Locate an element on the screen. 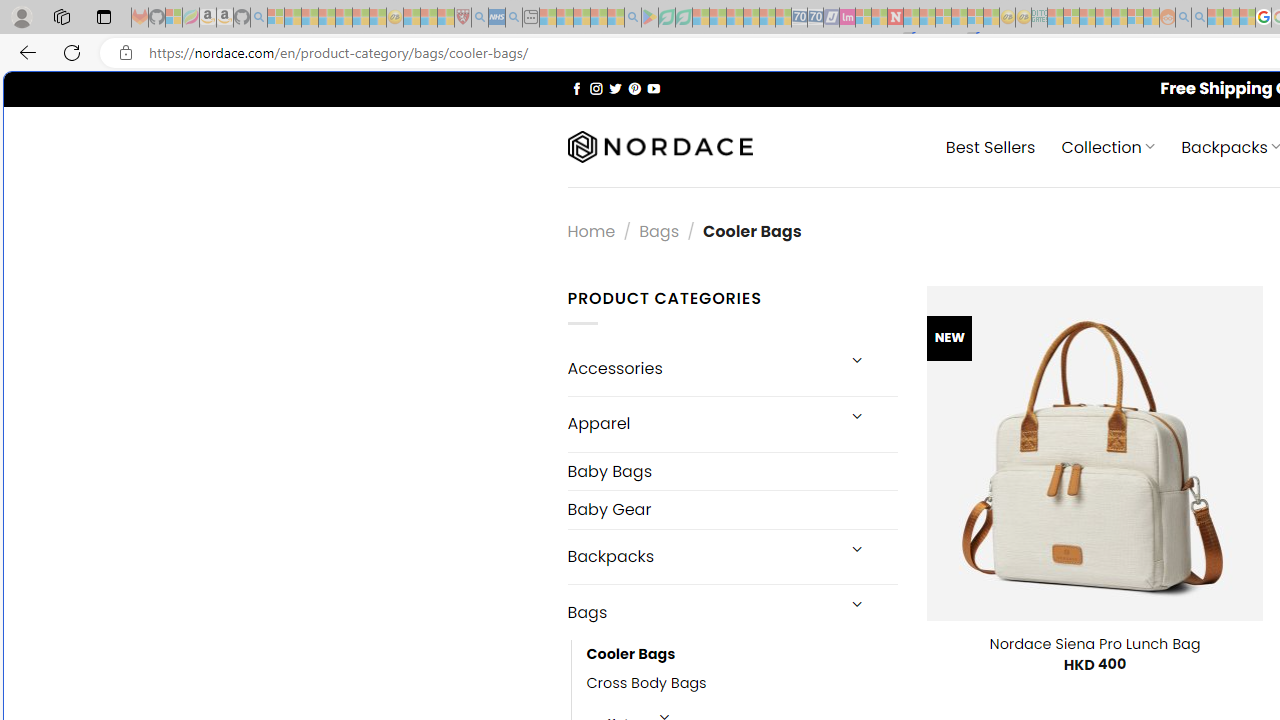 The width and height of the screenshot is (1280, 720). 'Follow on Twitter' is located at coordinates (614, 87).